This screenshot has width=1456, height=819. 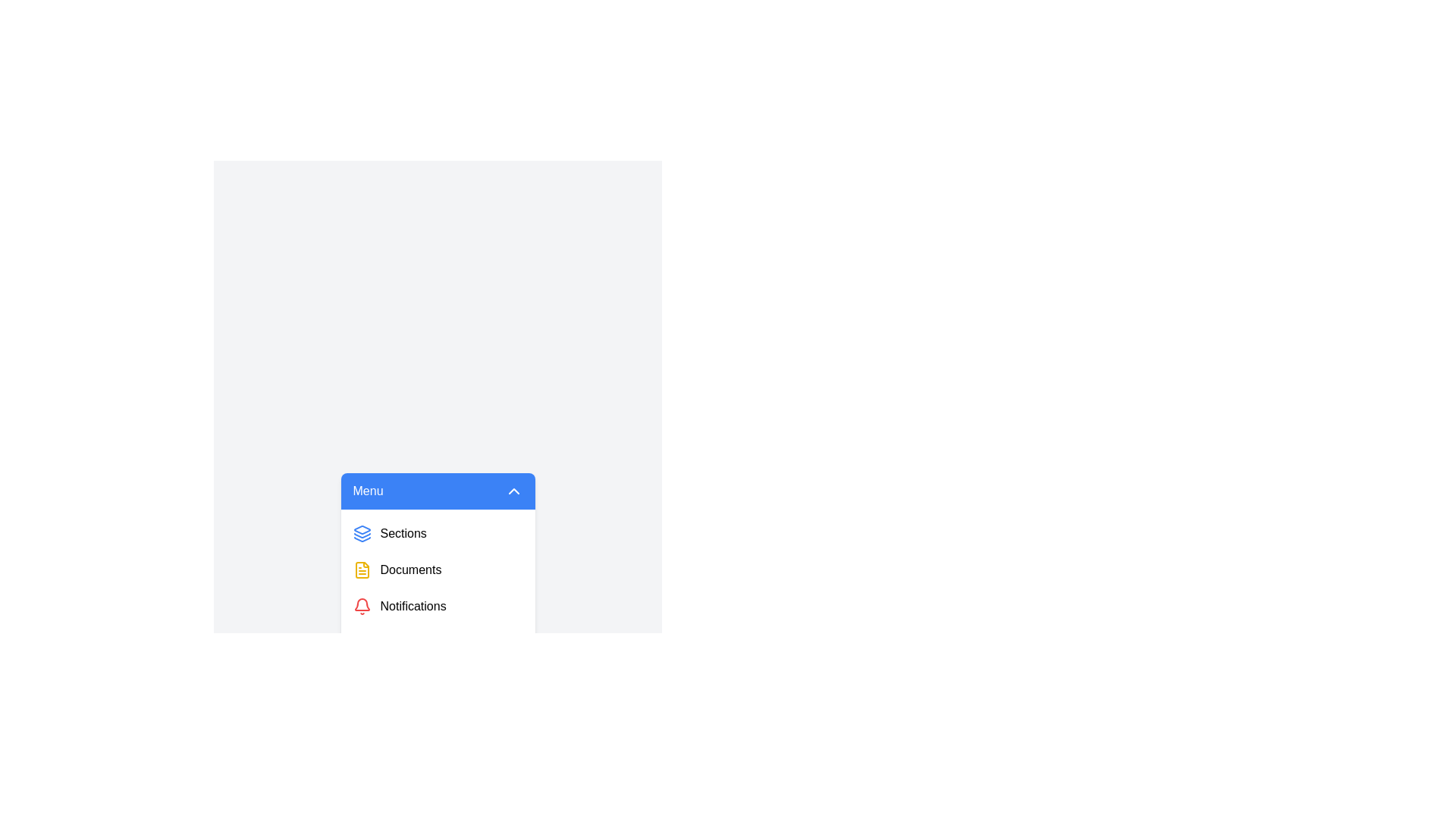 I want to click on the 'Notifications' menu item, so click(x=437, y=605).